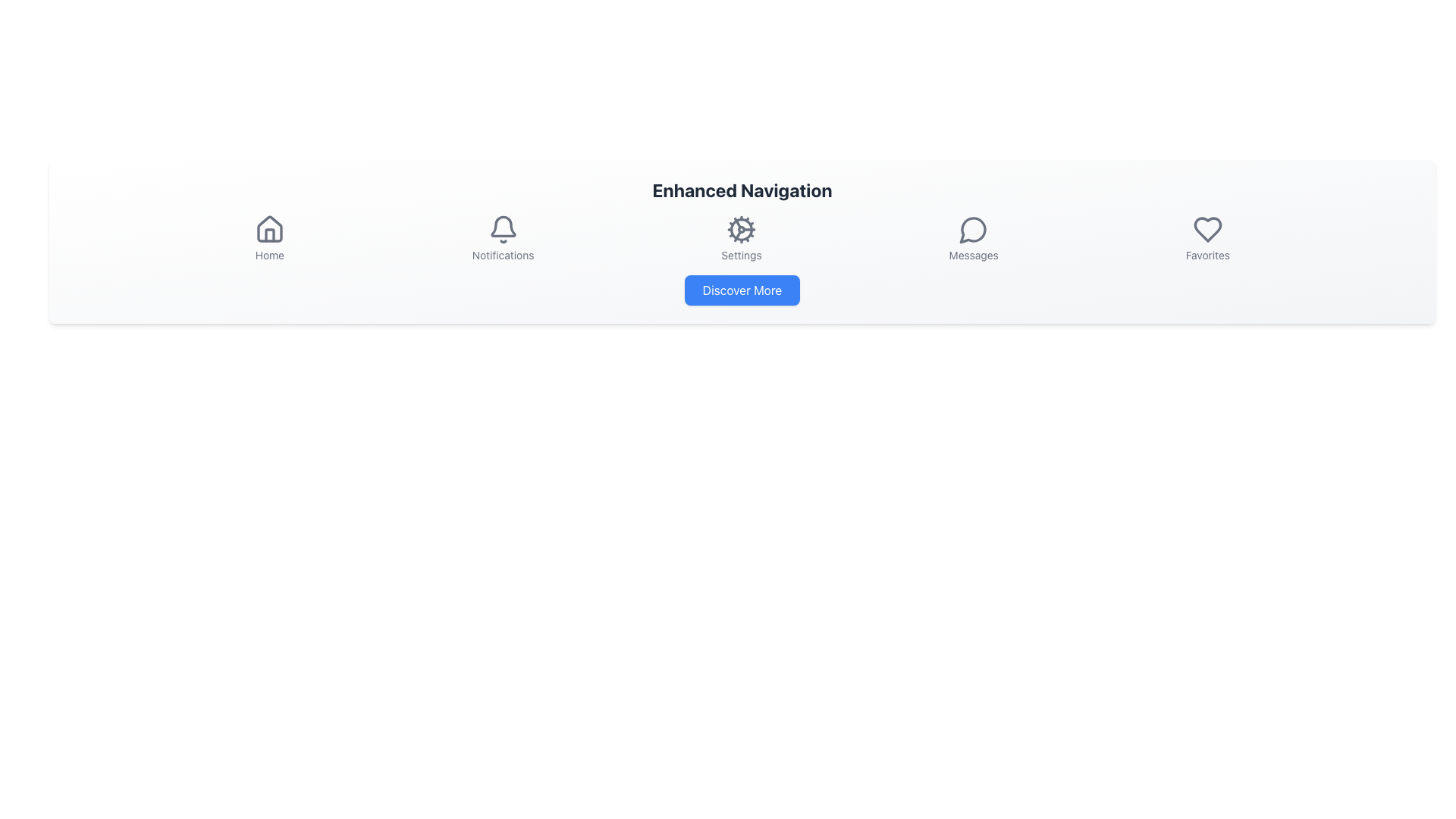  Describe the element at coordinates (974, 230) in the screenshot. I see `the 'Messages' icon in the navigation menu, which visually represents the messaging functionality` at that location.